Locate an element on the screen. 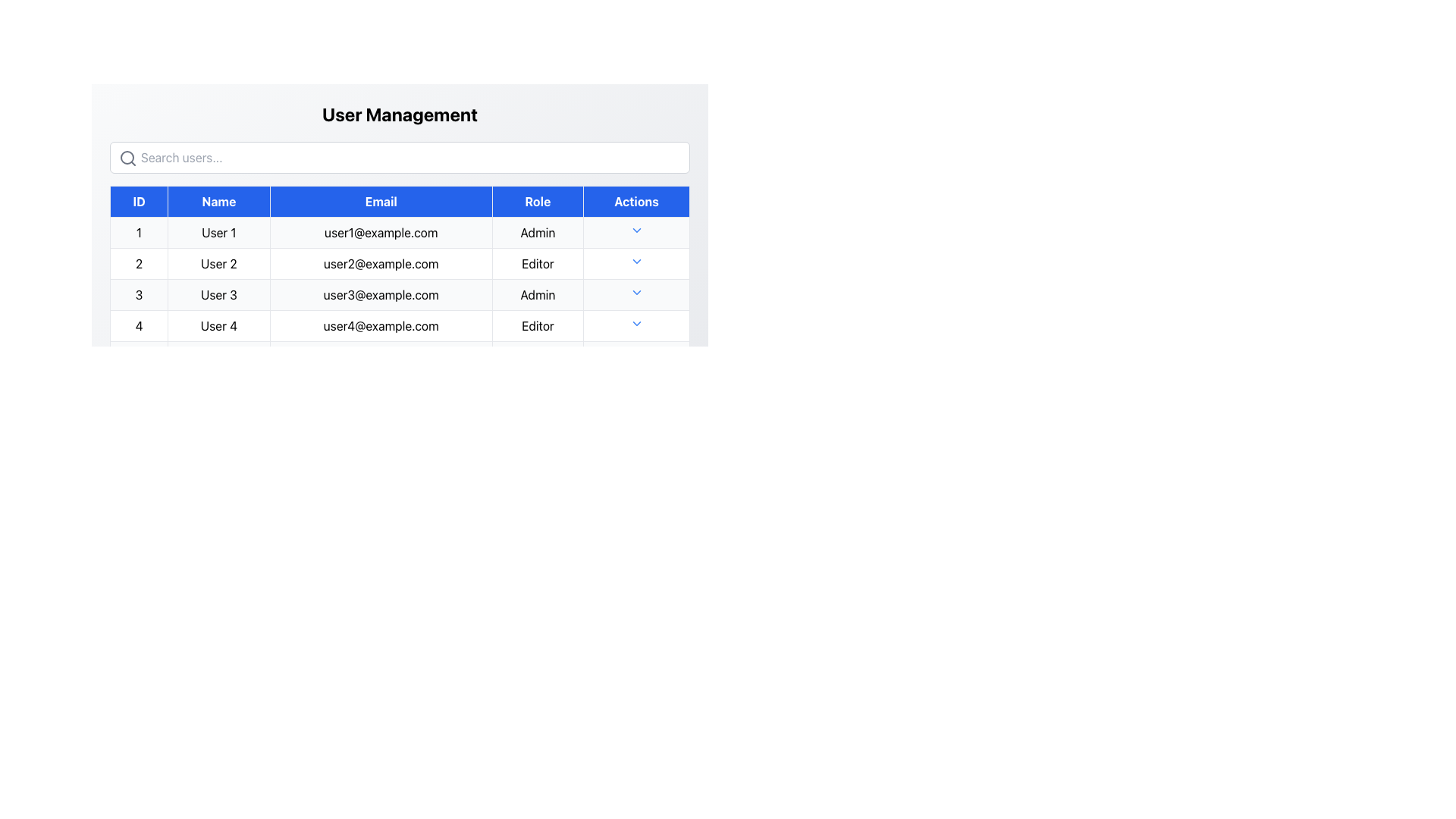 This screenshot has width=1456, height=819. the static text element that serves as a title or heading for the section, located at the top-middle portion of the interface, above a search input field and a data table is located at coordinates (400, 113).